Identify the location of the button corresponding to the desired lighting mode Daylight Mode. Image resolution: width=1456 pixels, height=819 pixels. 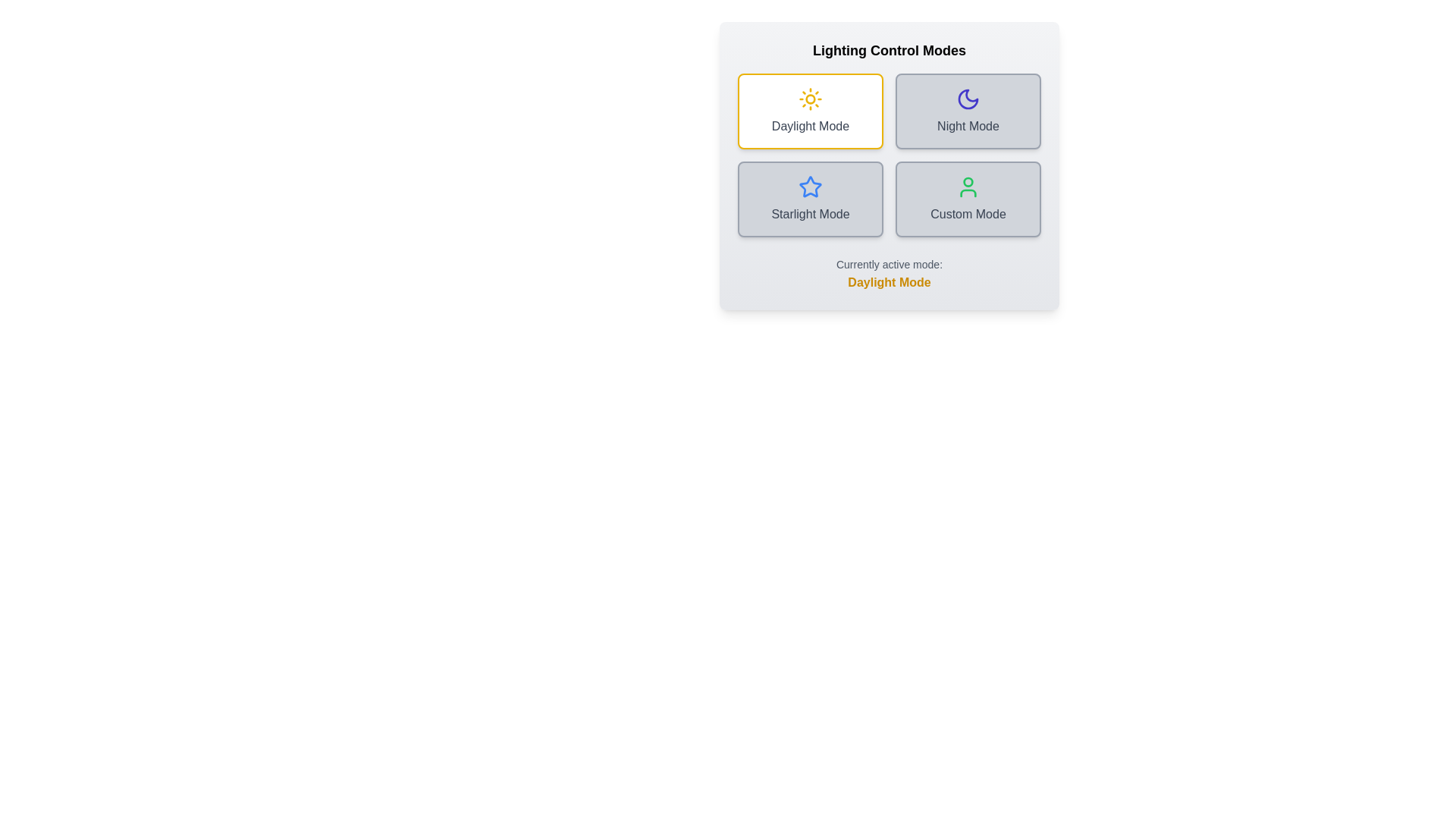
(810, 110).